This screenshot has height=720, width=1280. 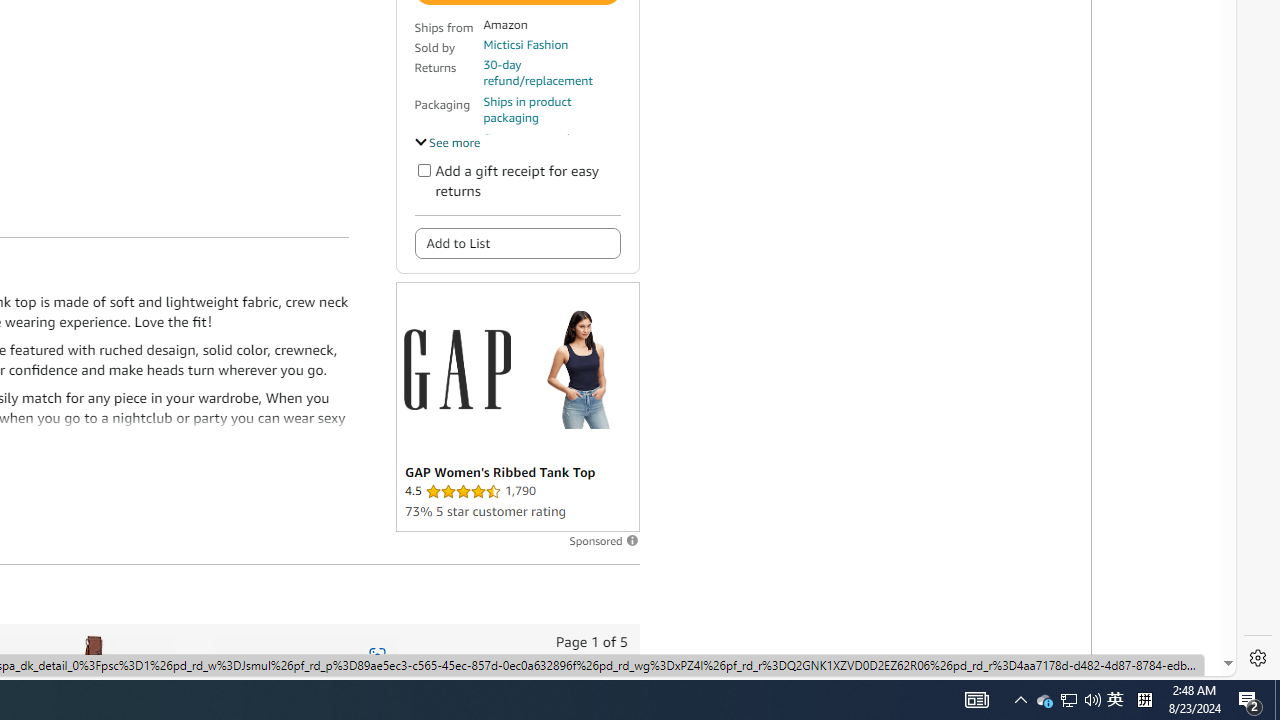 I want to click on 'Add to List', so click(x=517, y=242).